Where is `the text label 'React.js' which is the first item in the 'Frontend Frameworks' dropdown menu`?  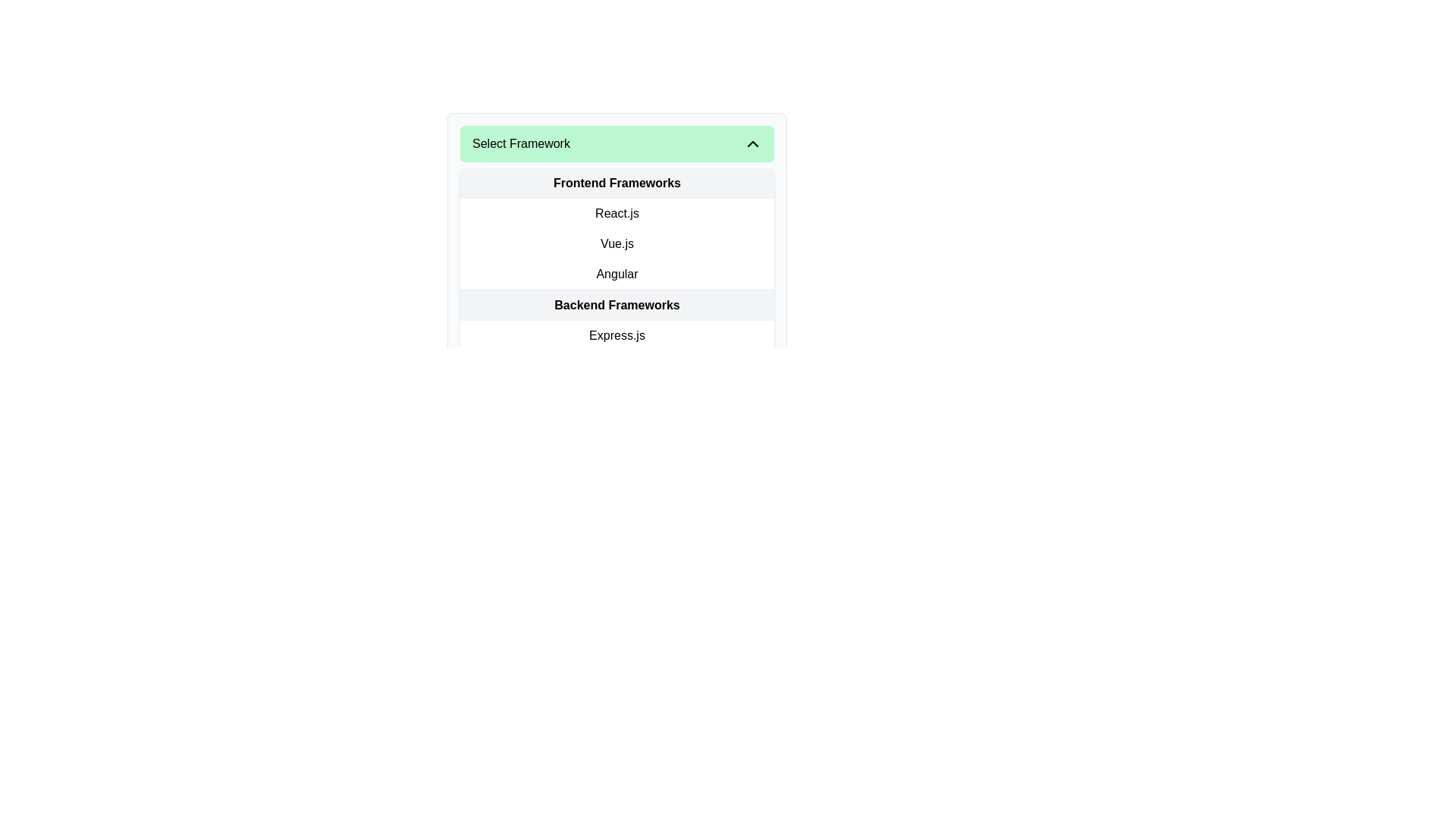
the text label 'React.js' which is the first item in the 'Frontend Frameworks' dropdown menu is located at coordinates (617, 213).